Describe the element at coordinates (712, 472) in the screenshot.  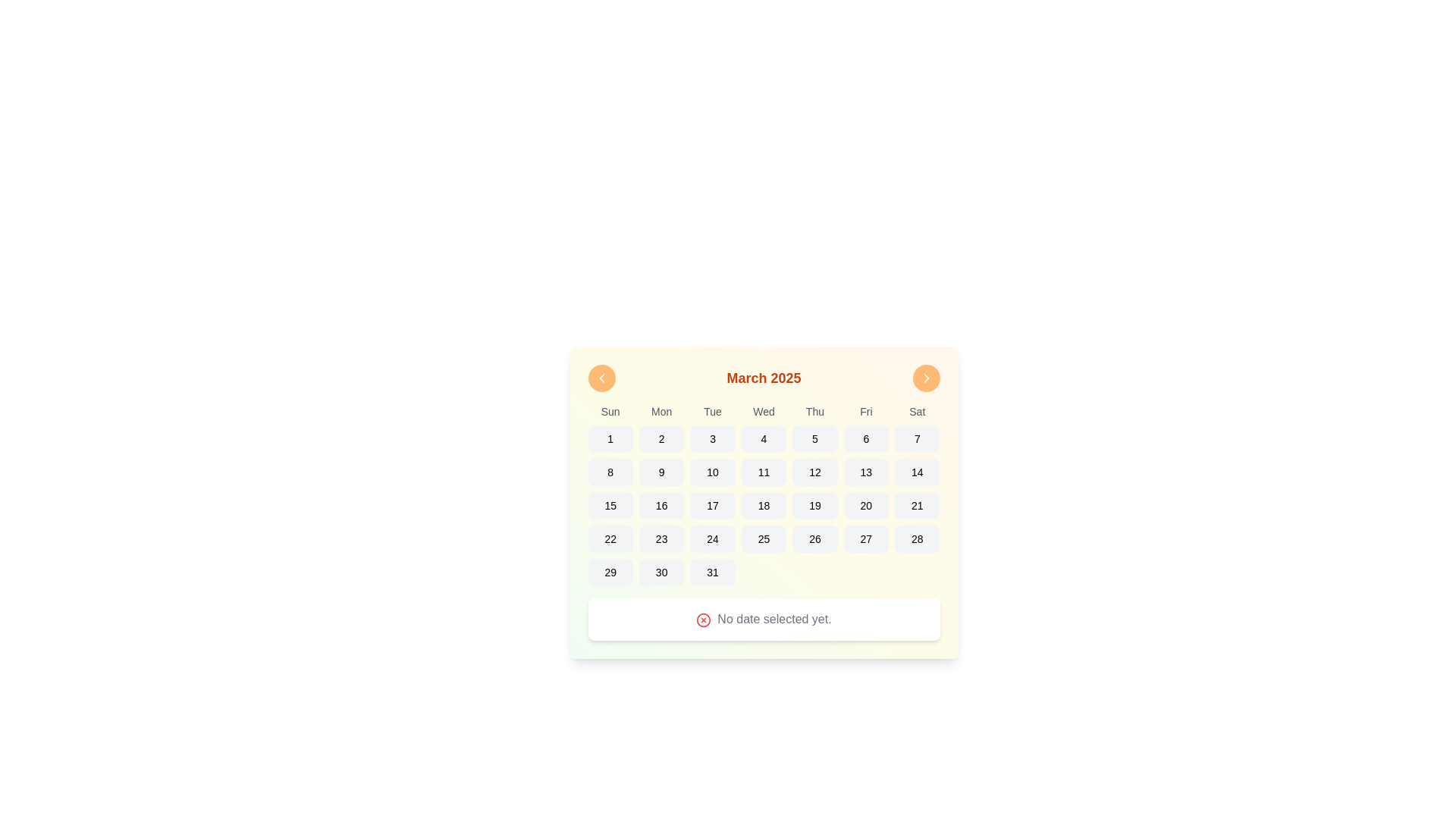
I see `the date button '10' in the calendar interface` at that location.